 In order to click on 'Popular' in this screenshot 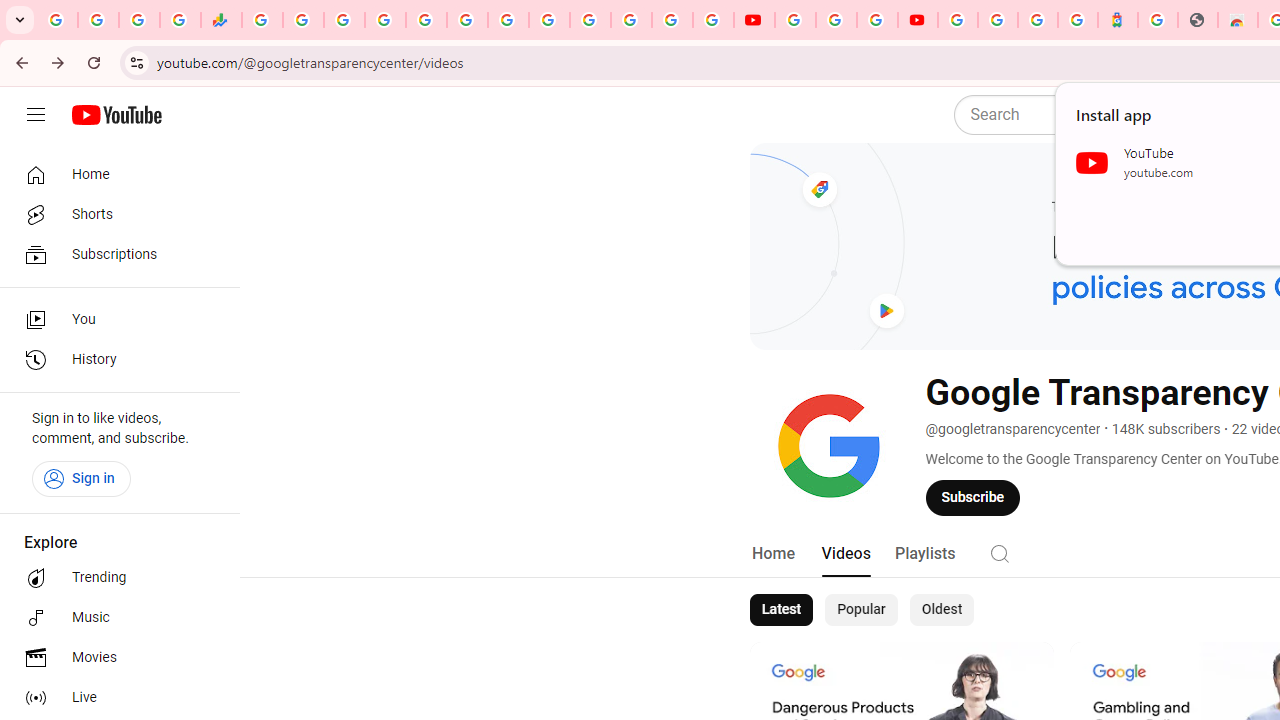, I will do `click(861, 608)`.